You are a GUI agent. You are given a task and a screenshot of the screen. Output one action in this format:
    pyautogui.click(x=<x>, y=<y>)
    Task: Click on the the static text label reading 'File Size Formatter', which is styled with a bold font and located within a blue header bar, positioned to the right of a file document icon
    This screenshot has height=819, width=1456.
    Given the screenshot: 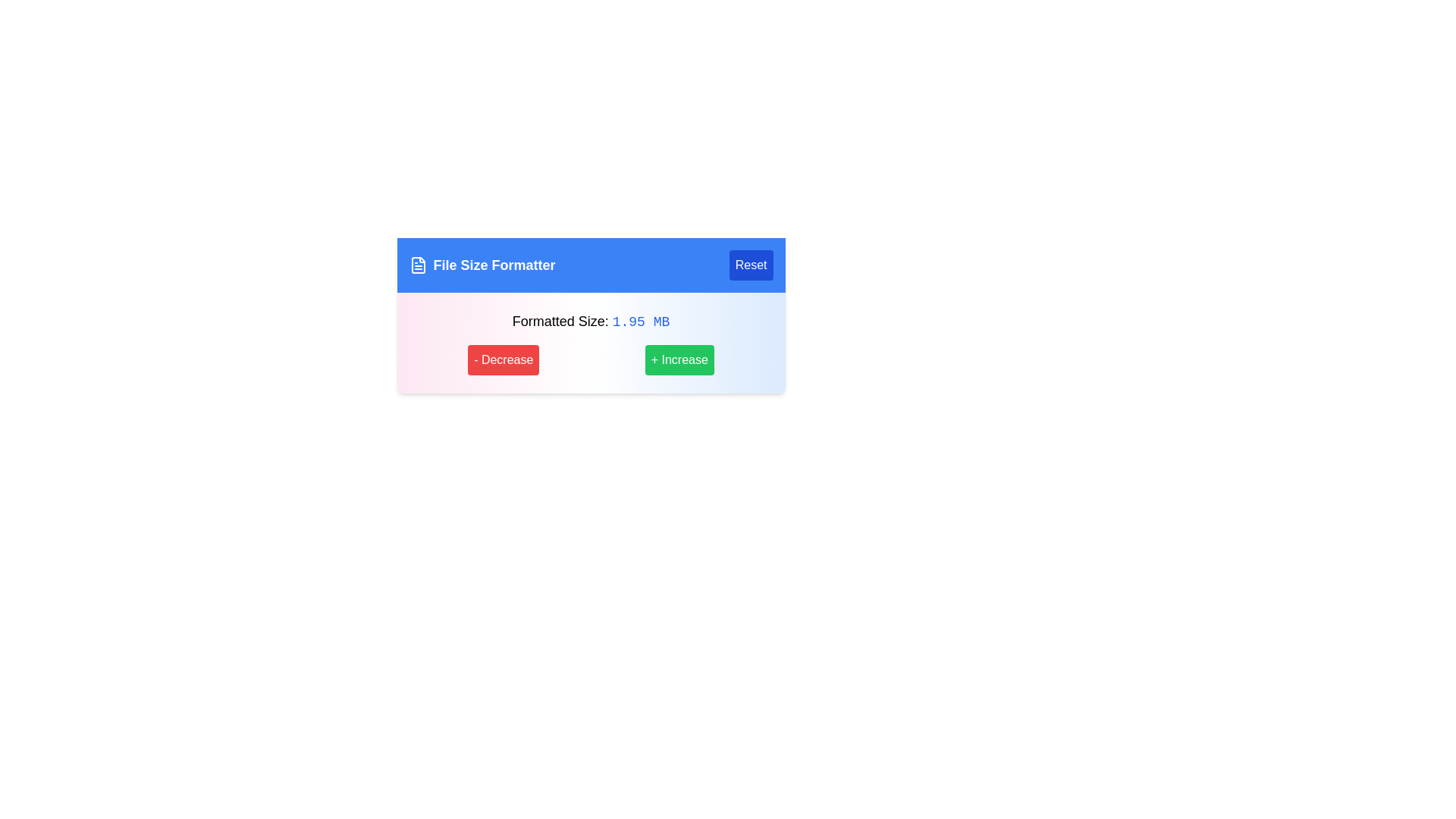 What is the action you would take?
    pyautogui.click(x=494, y=265)
    